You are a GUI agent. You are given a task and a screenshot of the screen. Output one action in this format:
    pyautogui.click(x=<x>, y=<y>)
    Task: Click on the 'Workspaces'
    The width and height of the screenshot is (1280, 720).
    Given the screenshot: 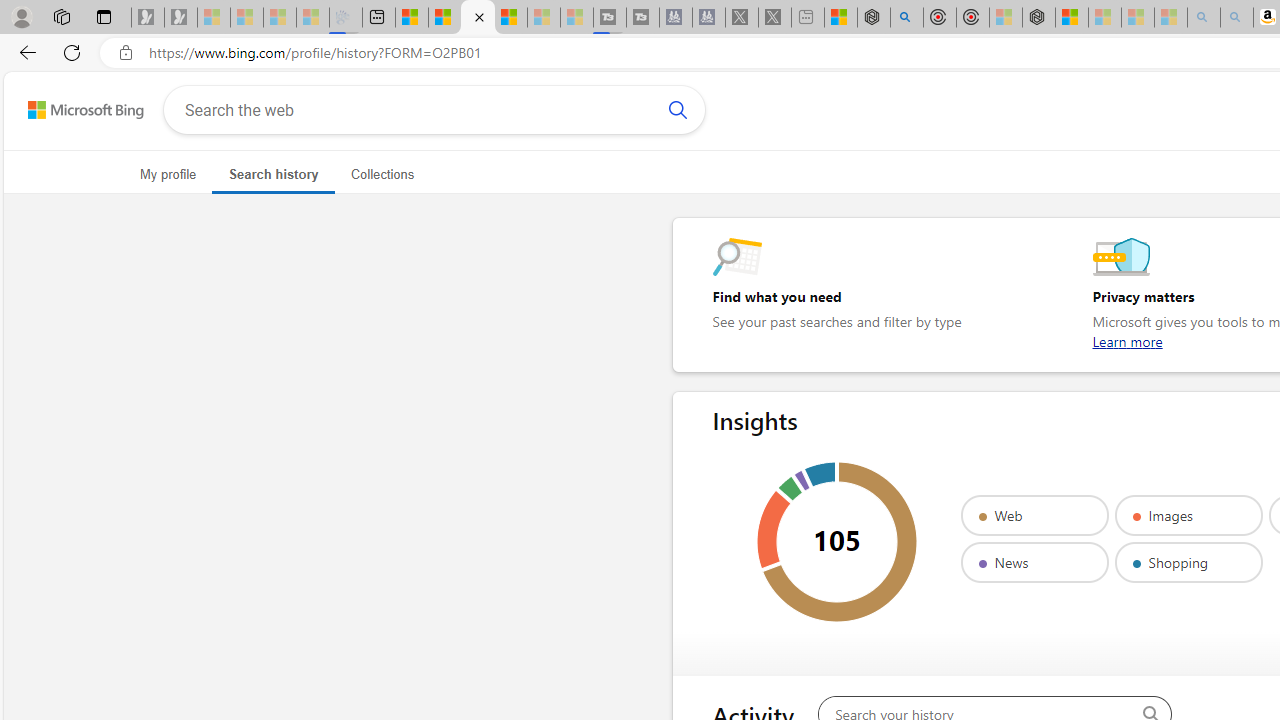 What is the action you would take?
    pyautogui.click(x=61, y=16)
    